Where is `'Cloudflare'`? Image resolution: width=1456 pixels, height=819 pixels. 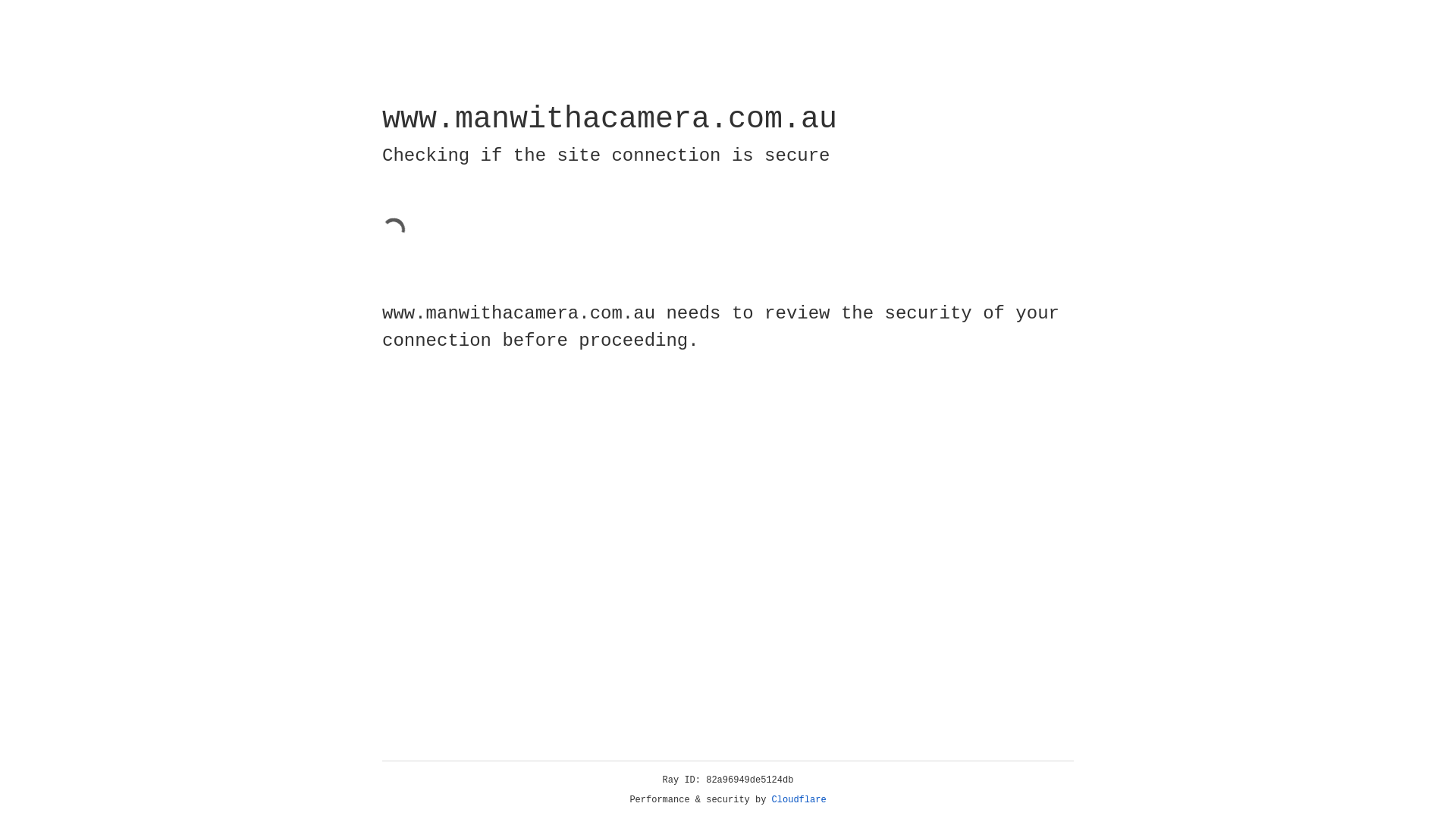
'Cloudflare' is located at coordinates (771, 799).